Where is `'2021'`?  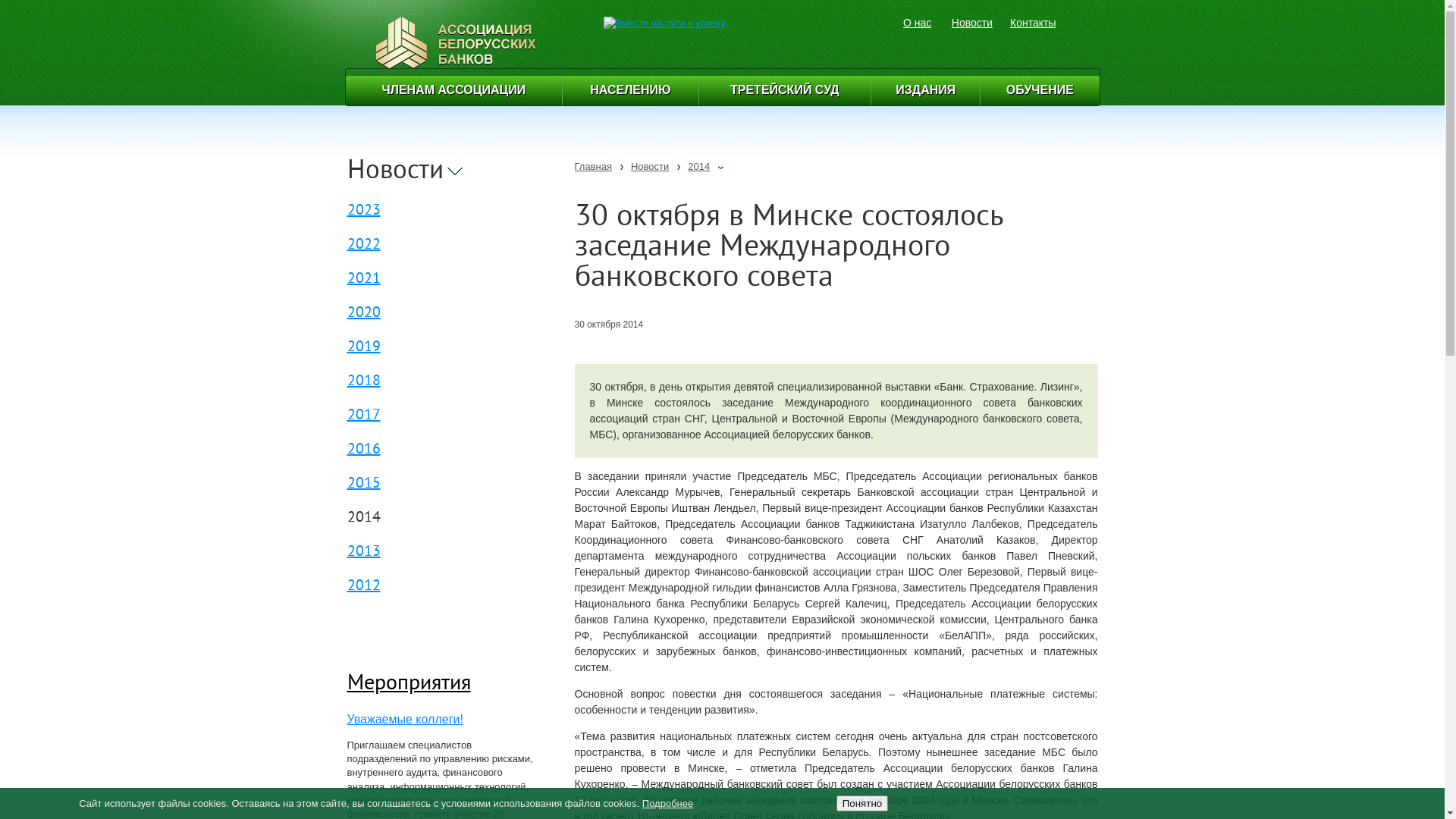
'2021' is located at coordinates (346, 279).